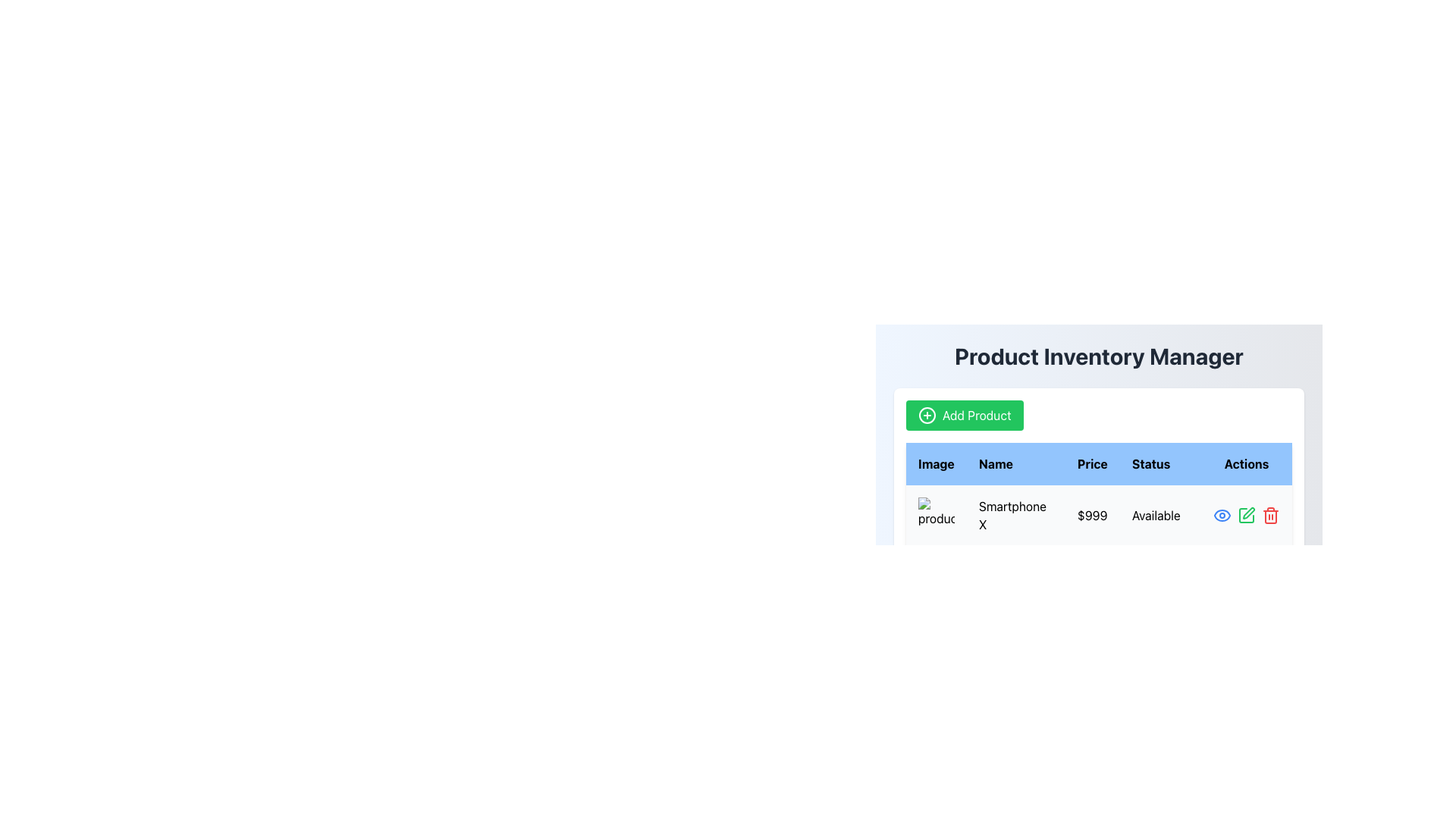  I want to click on text from the text label displaying 'Smartphone X', which is aligned to the left in the inventory table, positioned between an image and a price listing, so click(1015, 514).